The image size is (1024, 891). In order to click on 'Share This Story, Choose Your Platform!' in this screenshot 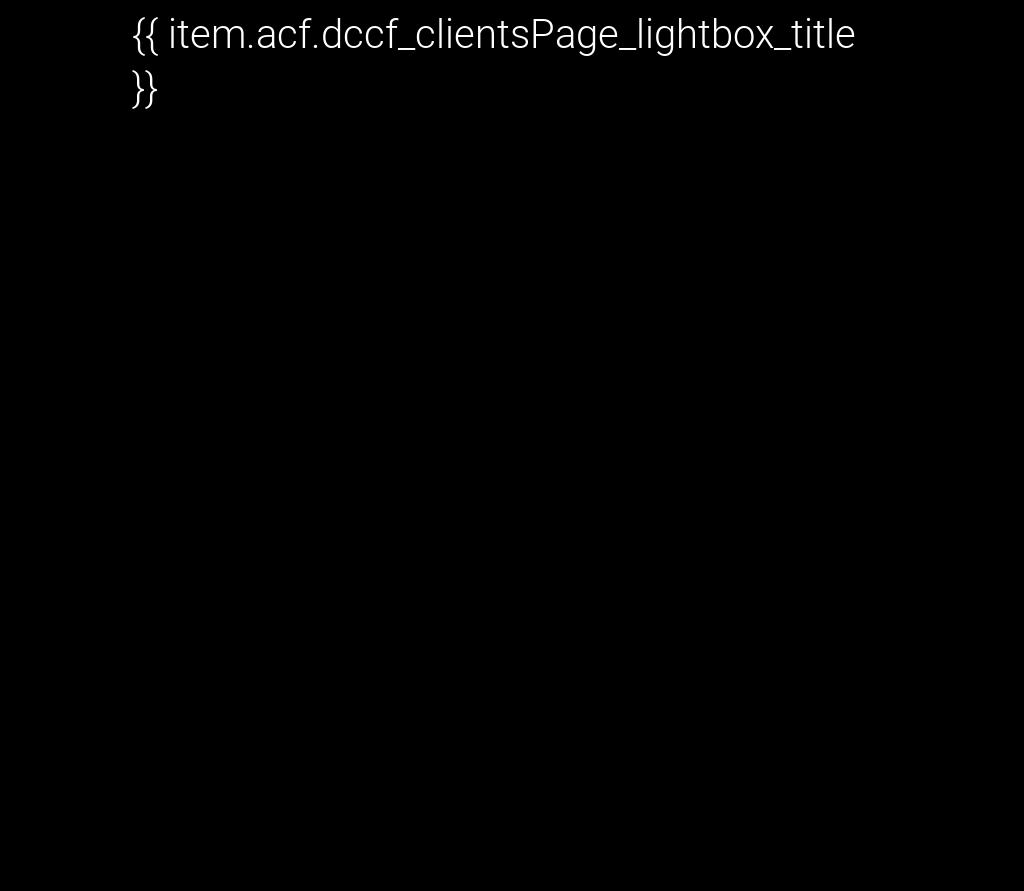, I will do `click(311, 600)`.